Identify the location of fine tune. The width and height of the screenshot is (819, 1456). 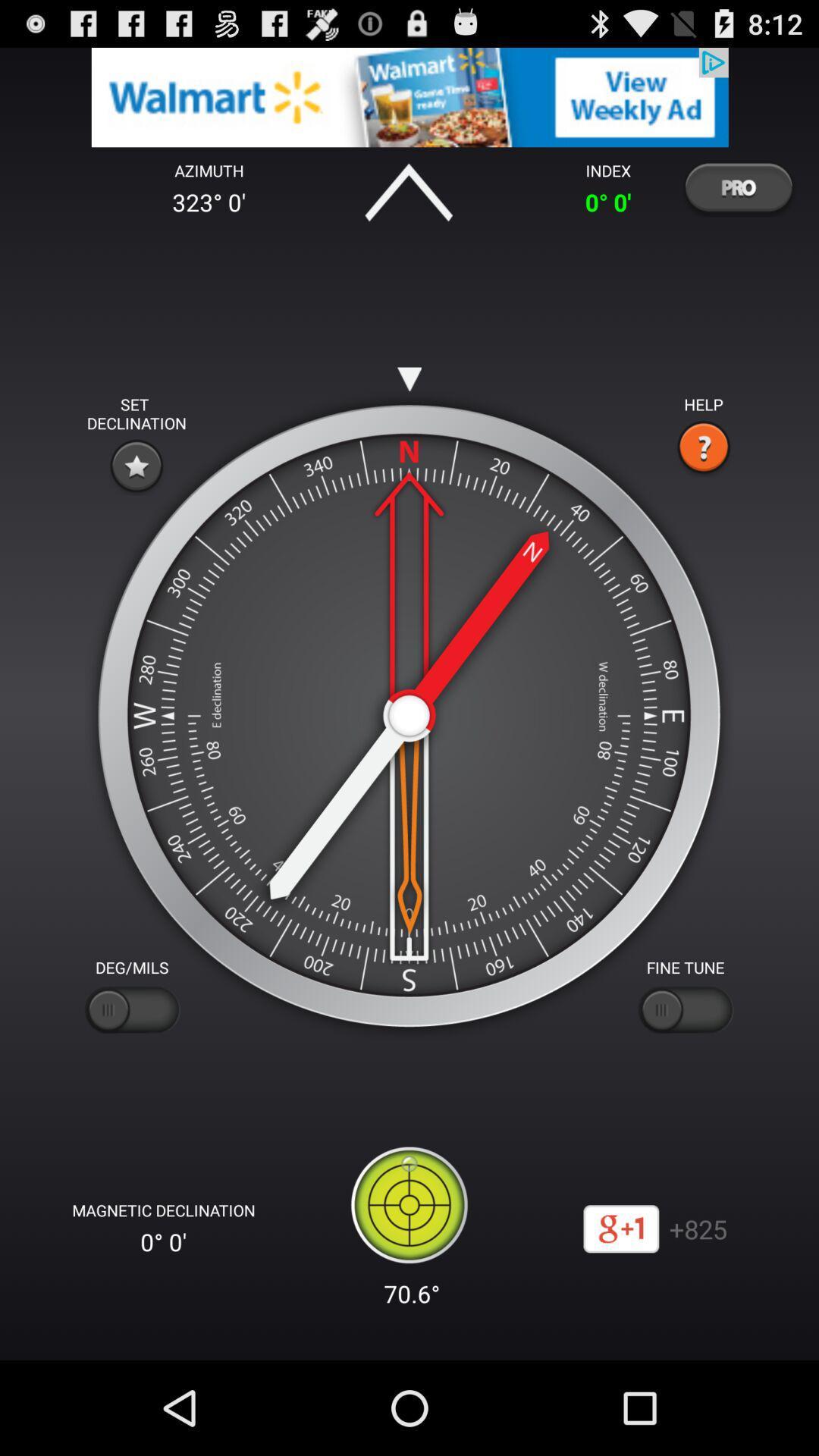
(686, 1010).